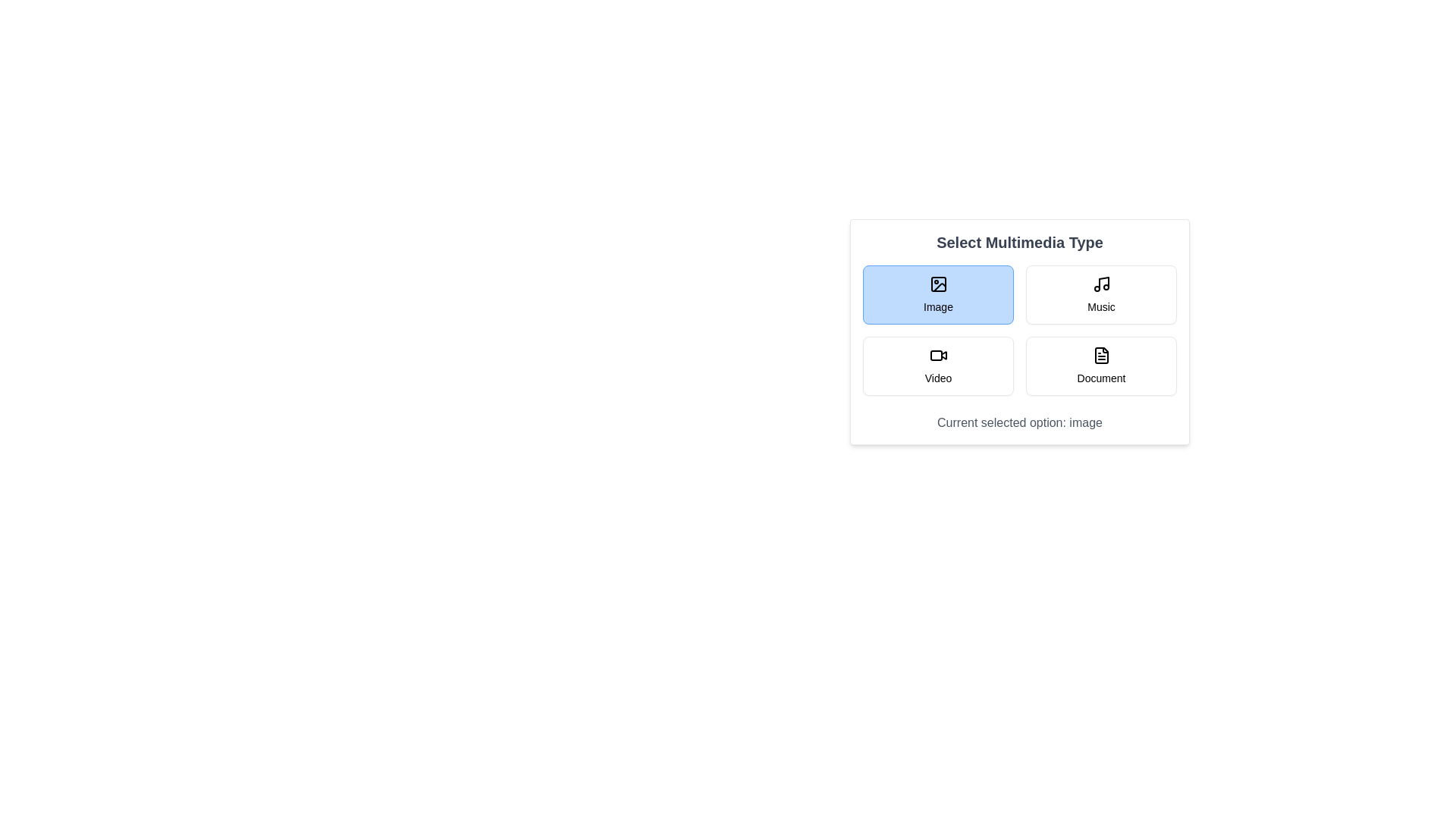  I want to click on the multimedia type Image by clicking the corresponding button, so click(937, 295).